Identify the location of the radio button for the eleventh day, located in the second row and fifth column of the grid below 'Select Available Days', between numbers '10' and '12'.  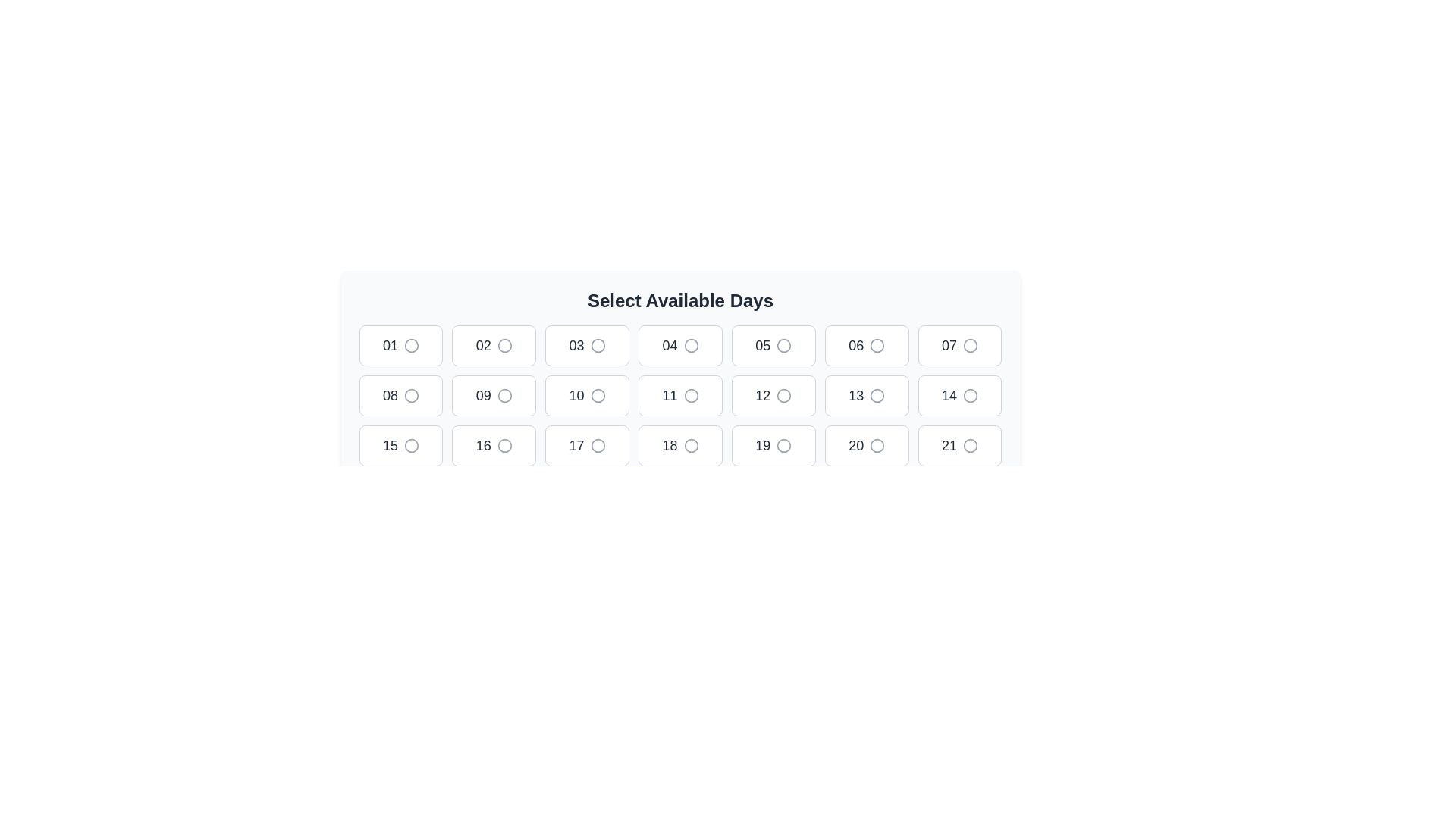
(690, 394).